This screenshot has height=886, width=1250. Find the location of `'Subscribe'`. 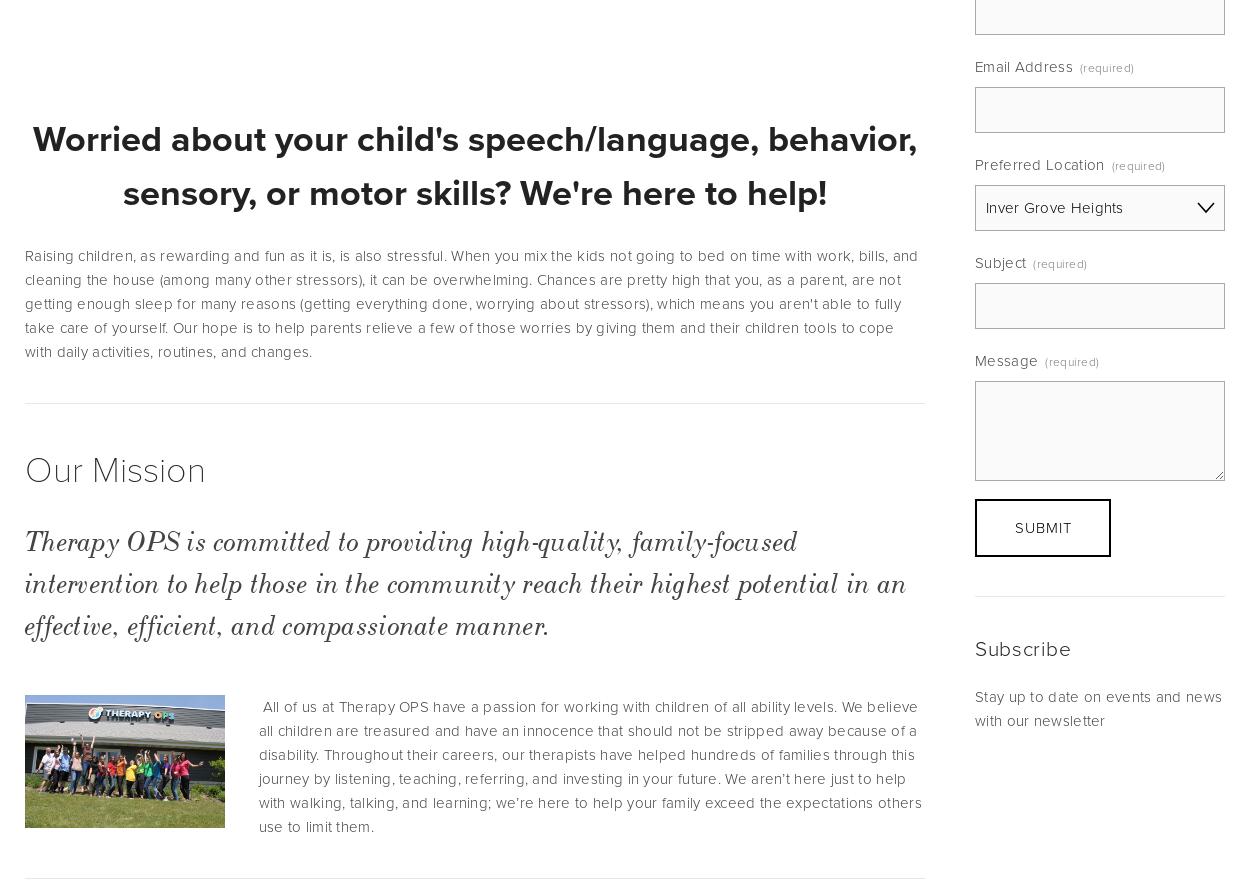

'Subscribe' is located at coordinates (1023, 647).